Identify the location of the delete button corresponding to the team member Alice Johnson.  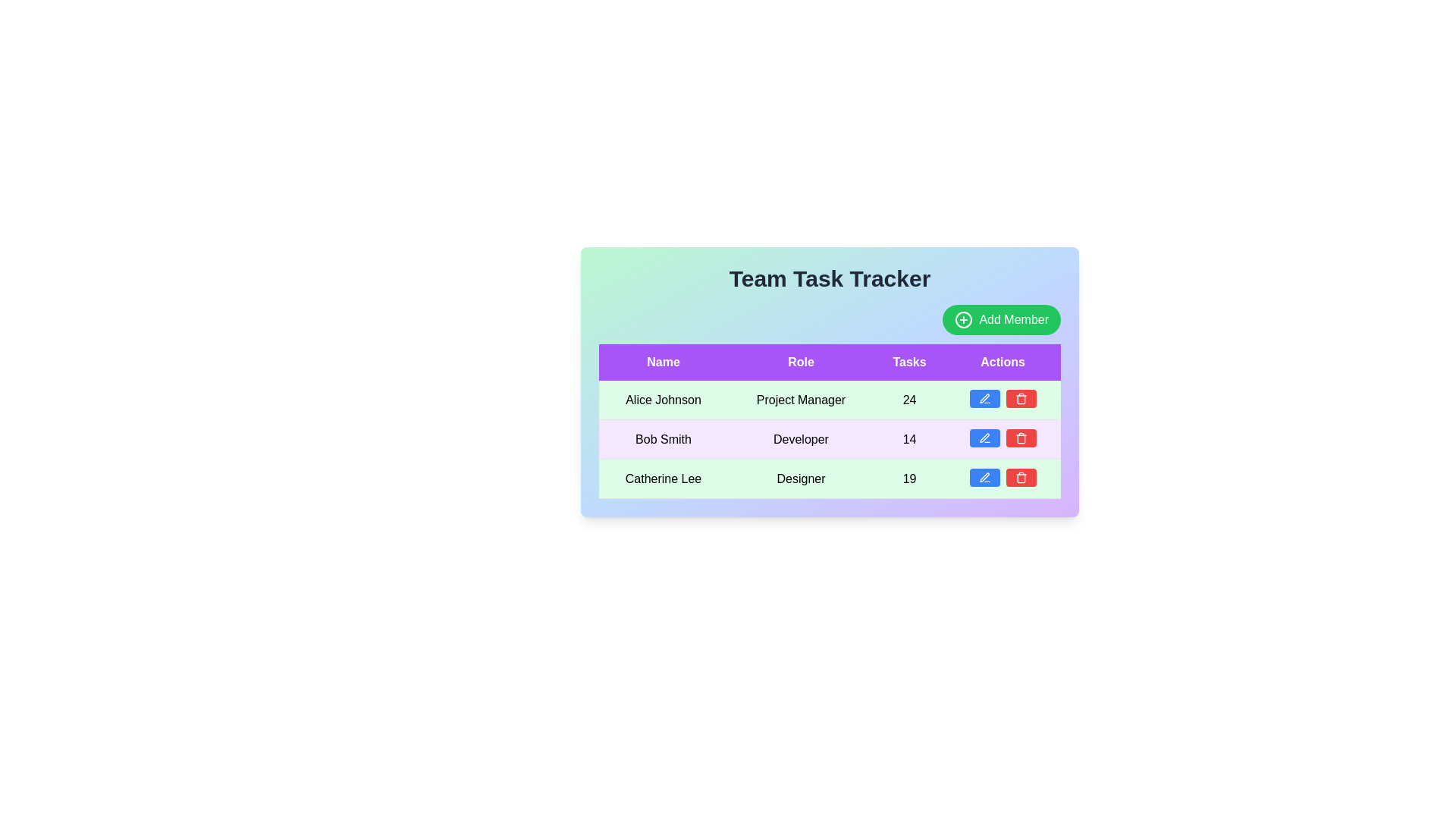
(1021, 397).